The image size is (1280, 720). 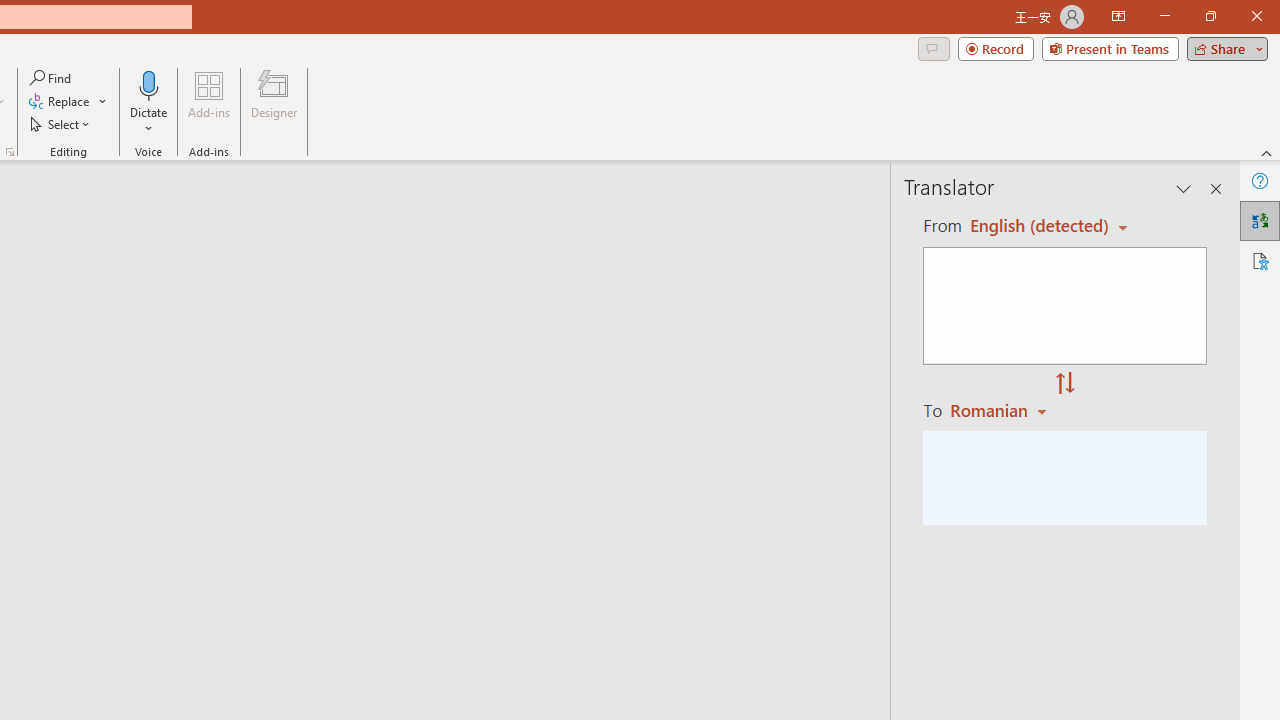 What do you see at coordinates (1184, 189) in the screenshot?
I see `'Task Pane Options'` at bounding box center [1184, 189].